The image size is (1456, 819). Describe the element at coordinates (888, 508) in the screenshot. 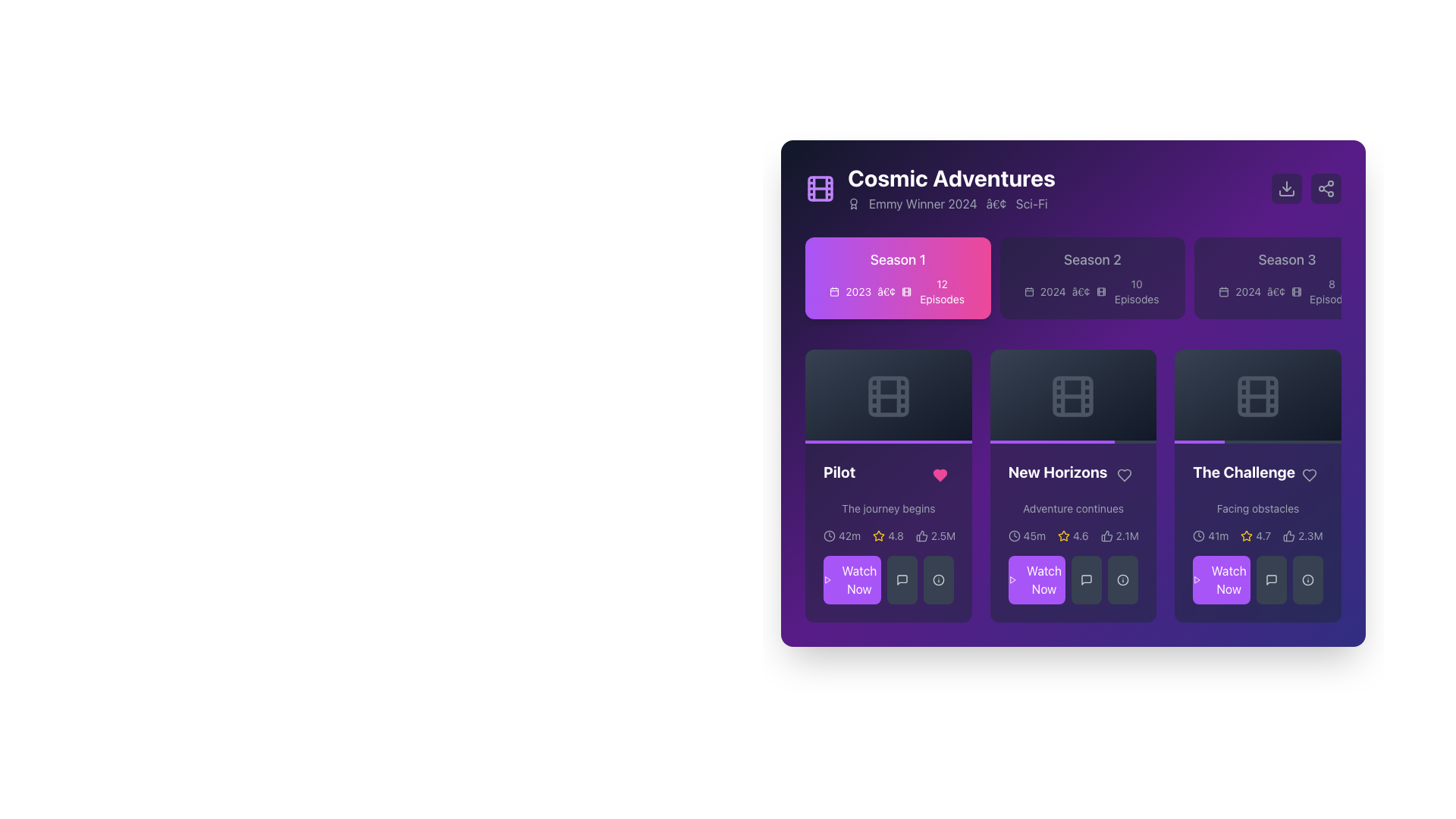

I see `the static text label element displaying the phrase 'The journey begins', located in the card section under the title 'Pilot' on the first card from the left` at that location.